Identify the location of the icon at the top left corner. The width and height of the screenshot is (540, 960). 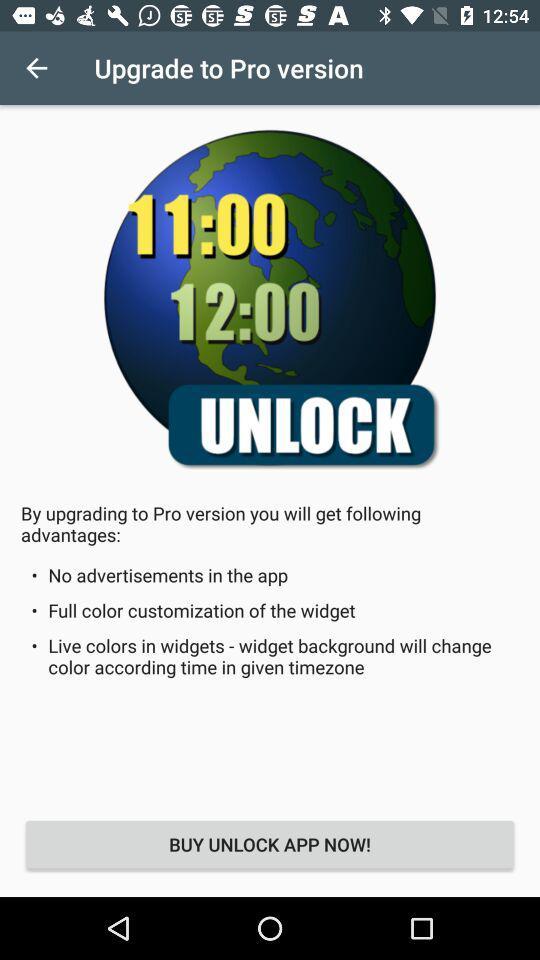
(36, 68).